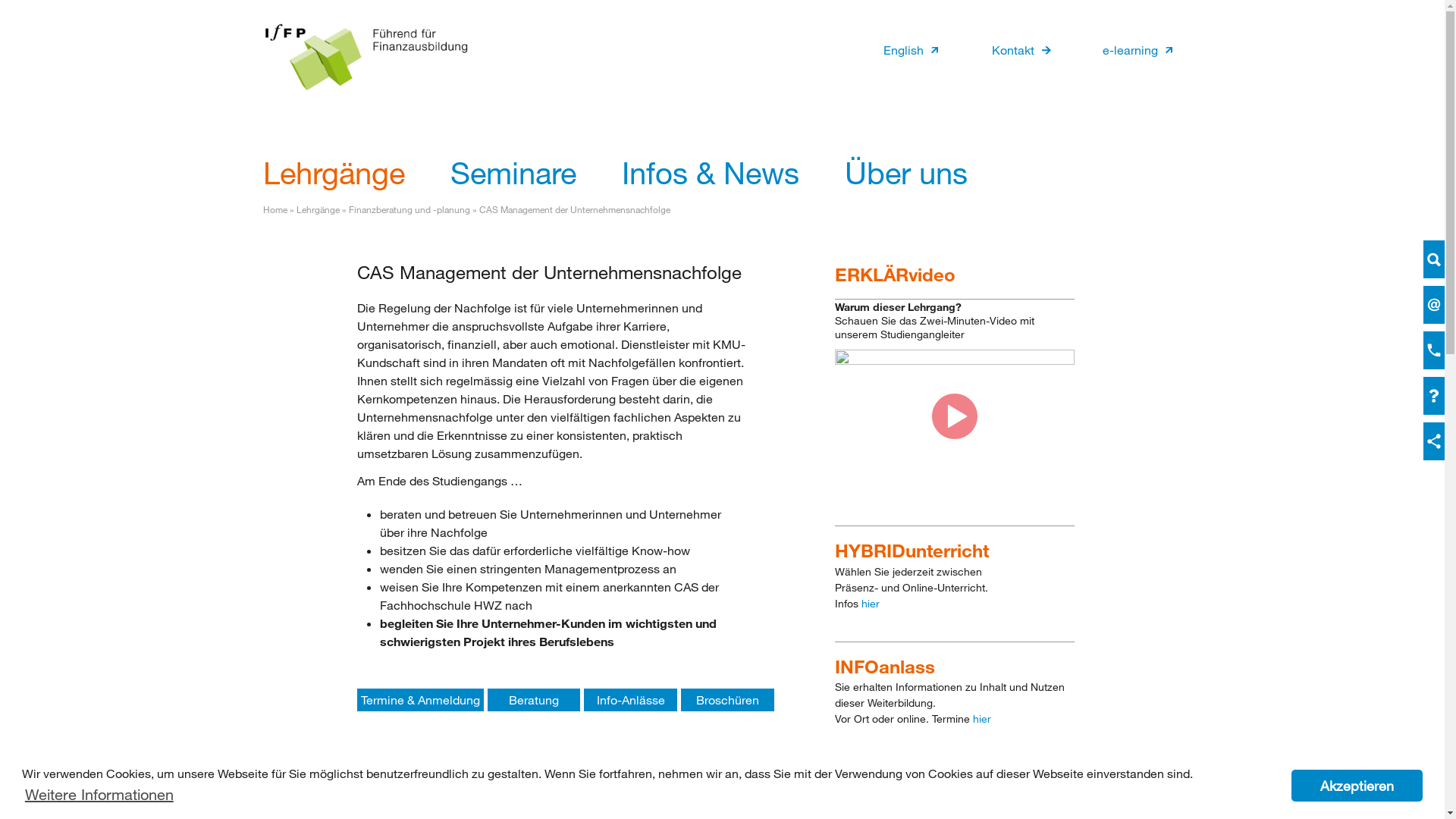 This screenshot has height=819, width=1456. Describe the element at coordinates (262, 209) in the screenshot. I see `'Home'` at that location.